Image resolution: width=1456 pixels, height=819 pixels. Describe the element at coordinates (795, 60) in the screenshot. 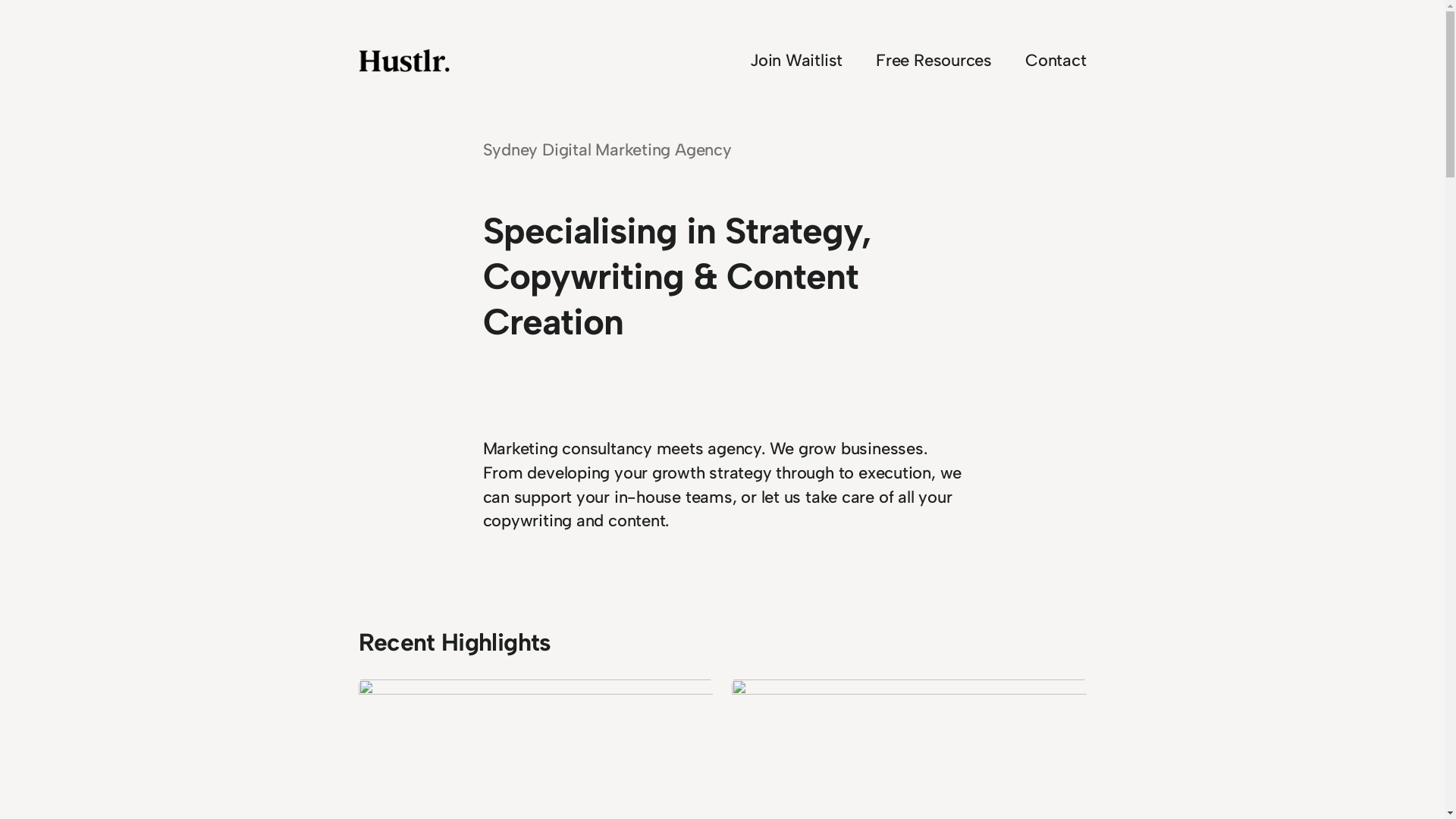

I see `'Join Waitlist'` at that location.